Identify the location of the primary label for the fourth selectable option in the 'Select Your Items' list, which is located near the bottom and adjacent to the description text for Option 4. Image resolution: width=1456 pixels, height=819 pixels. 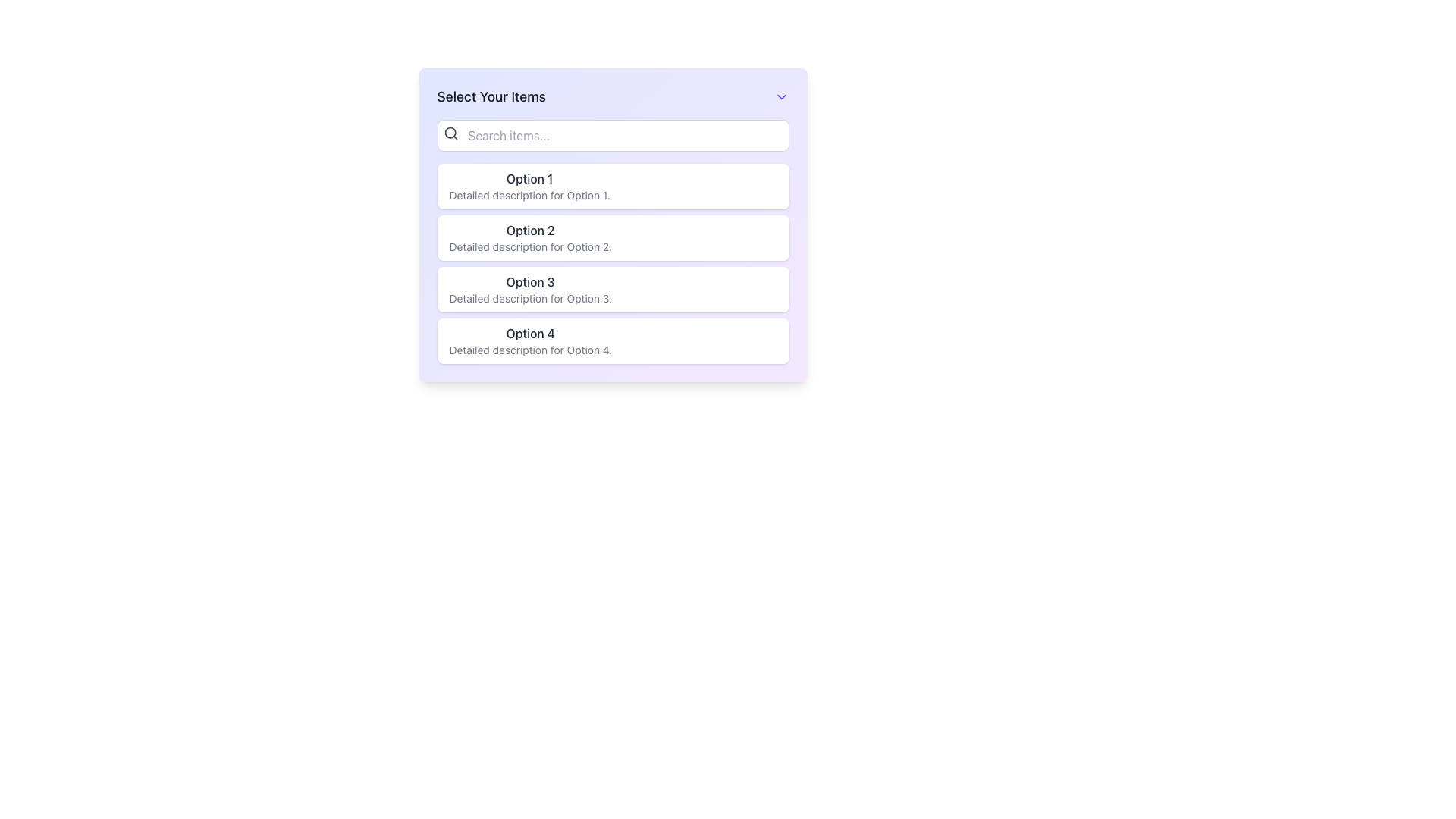
(530, 332).